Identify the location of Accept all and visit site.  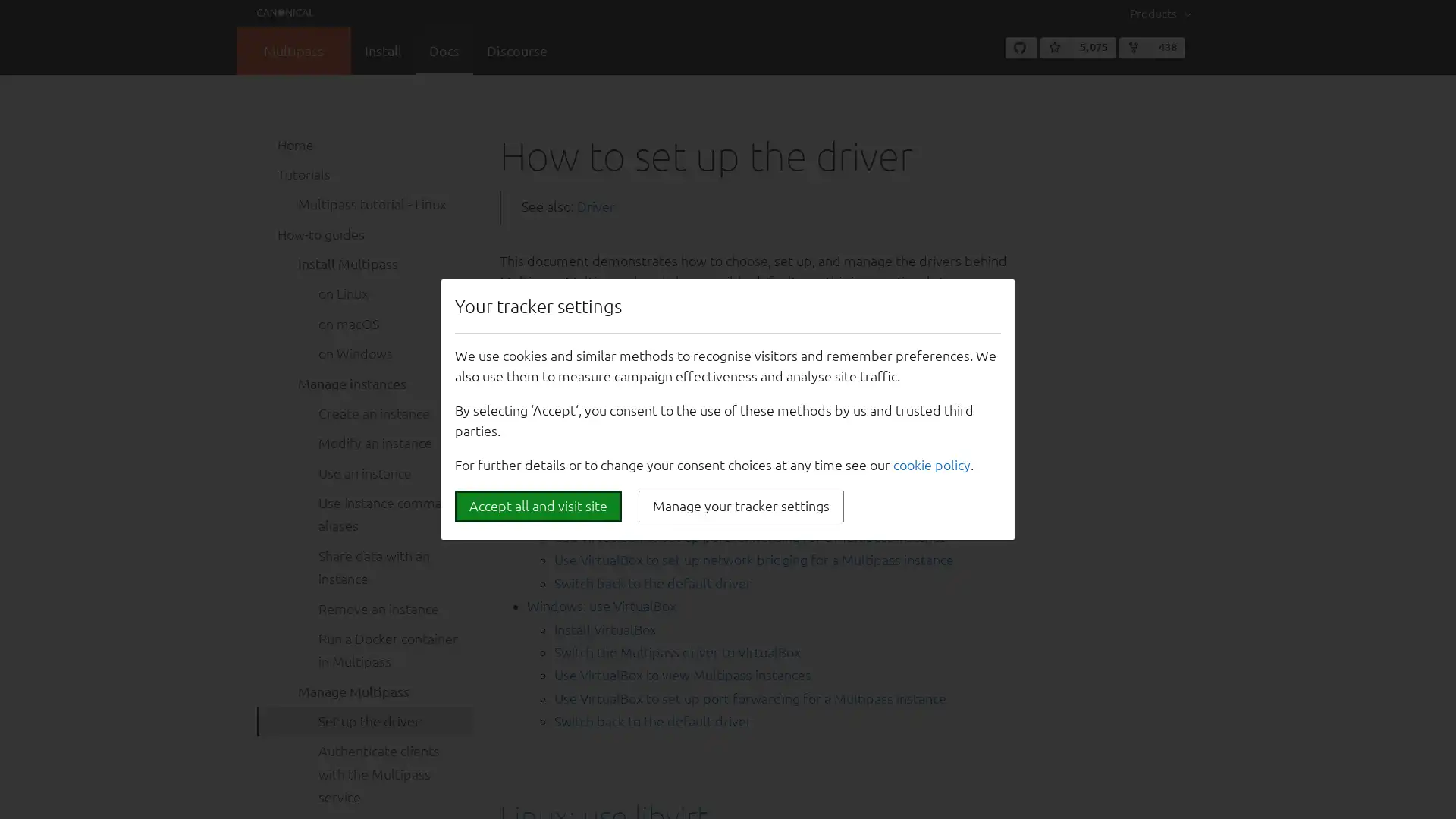
(538, 506).